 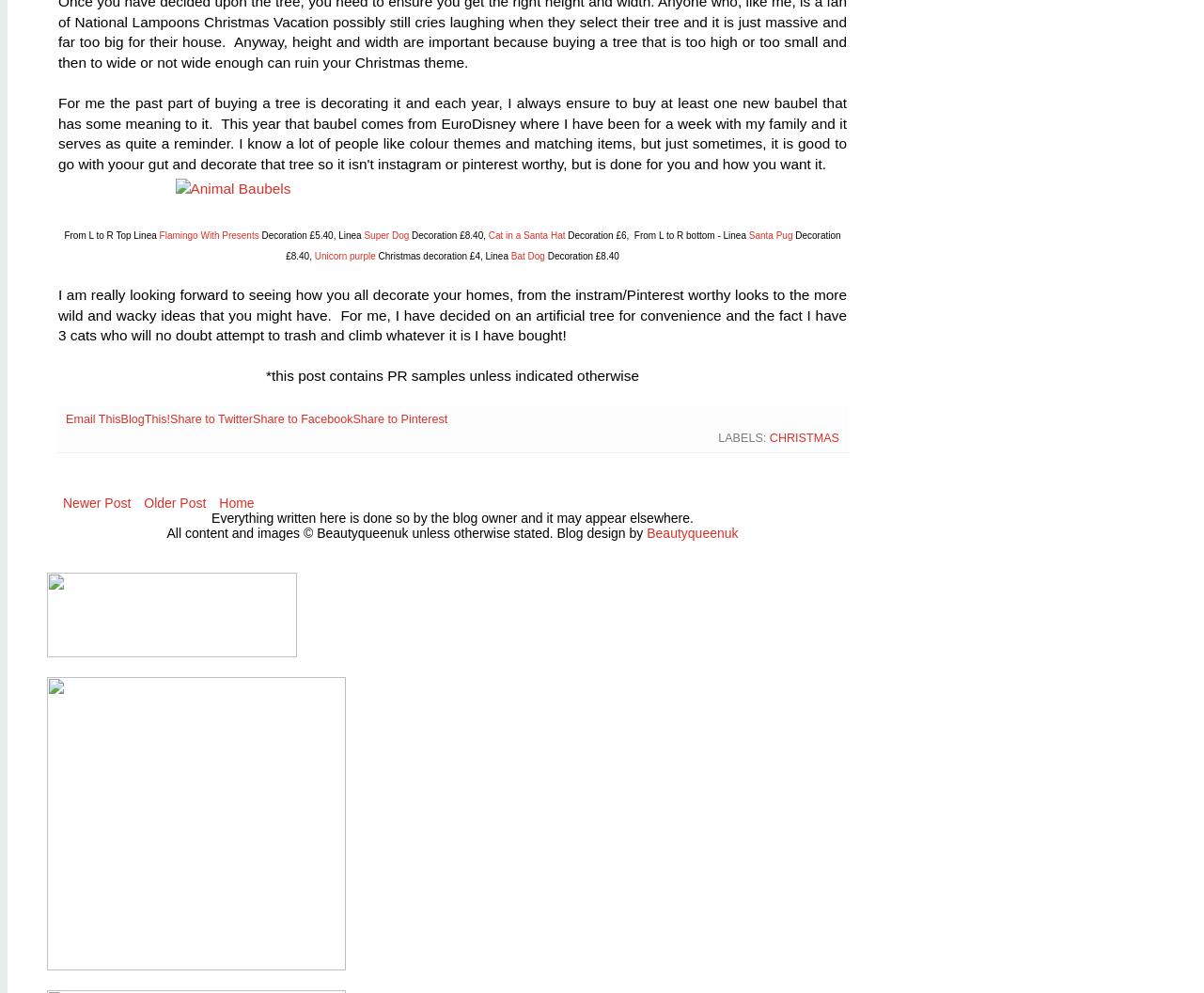 I want to click on 'From L to R Top Linea', so click(x=110, y=234).